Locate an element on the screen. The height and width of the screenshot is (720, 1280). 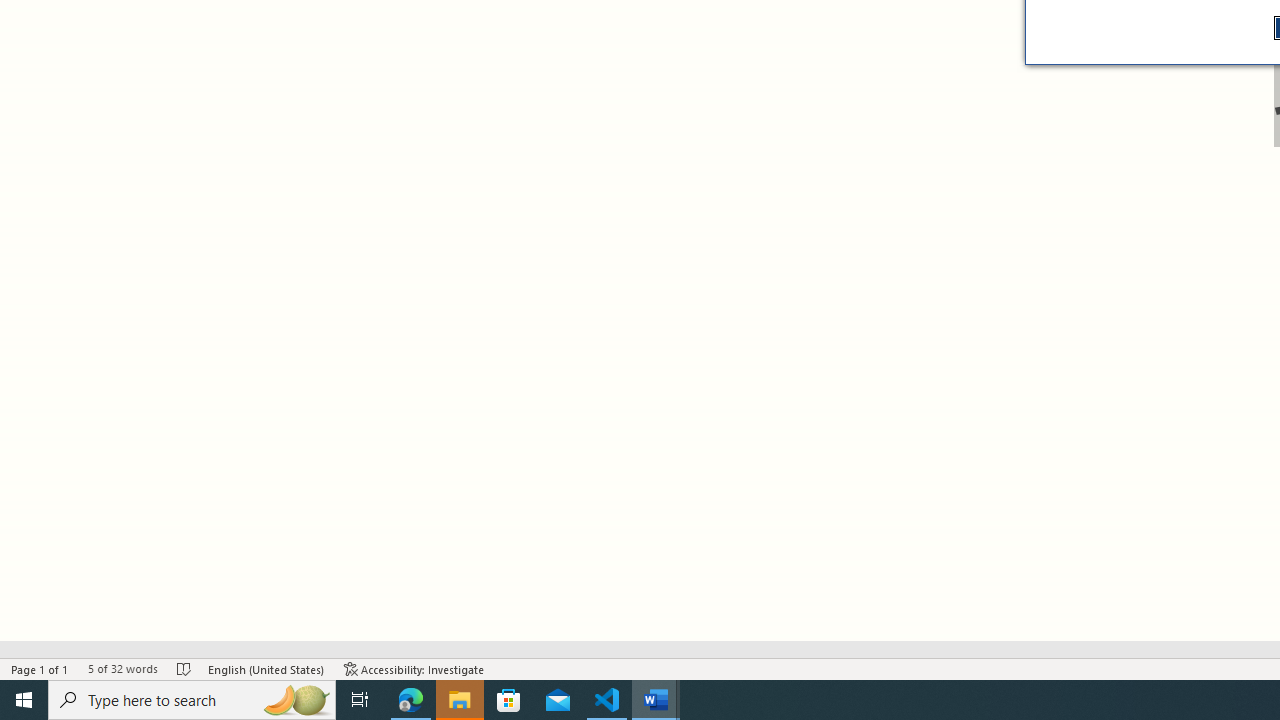
'Search highlights icon opens search home window' is located at coordinates (294, 698).